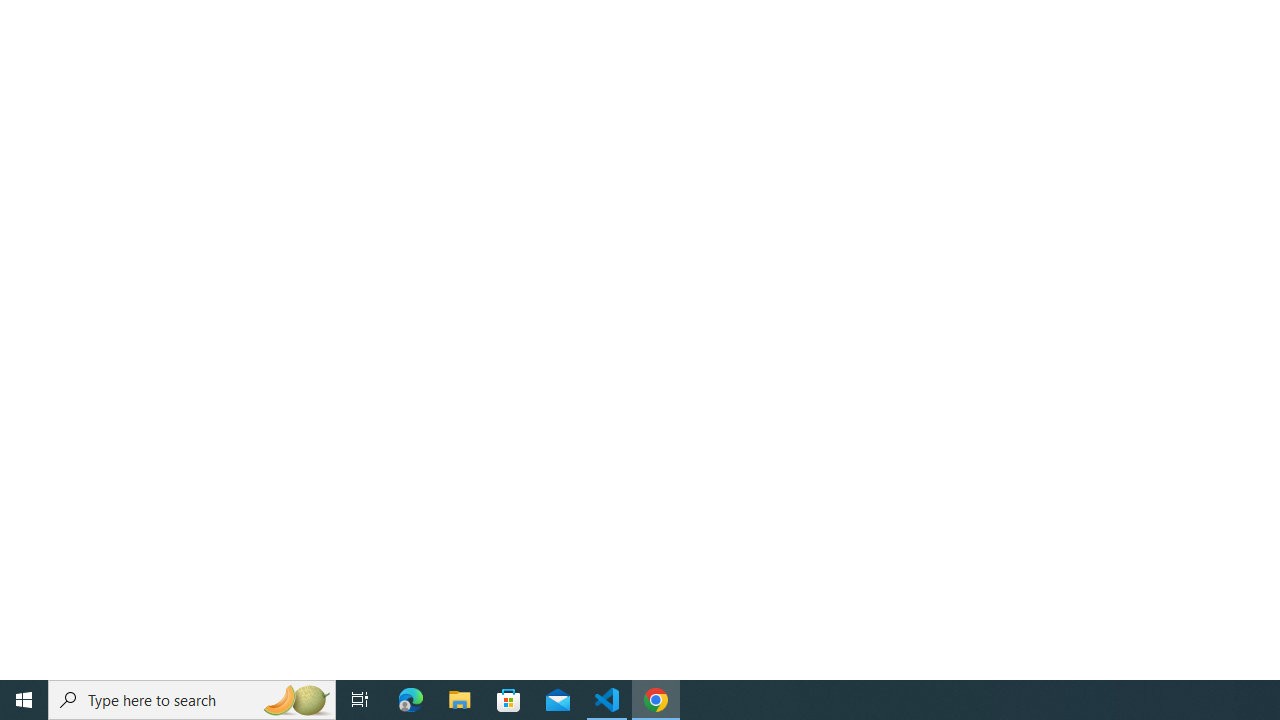 The image size is (1280, 720). What do you see at coordinates (509, 698) in the screenshot?
I see `'Microsoft Store'` at bounding box center [509, 698].